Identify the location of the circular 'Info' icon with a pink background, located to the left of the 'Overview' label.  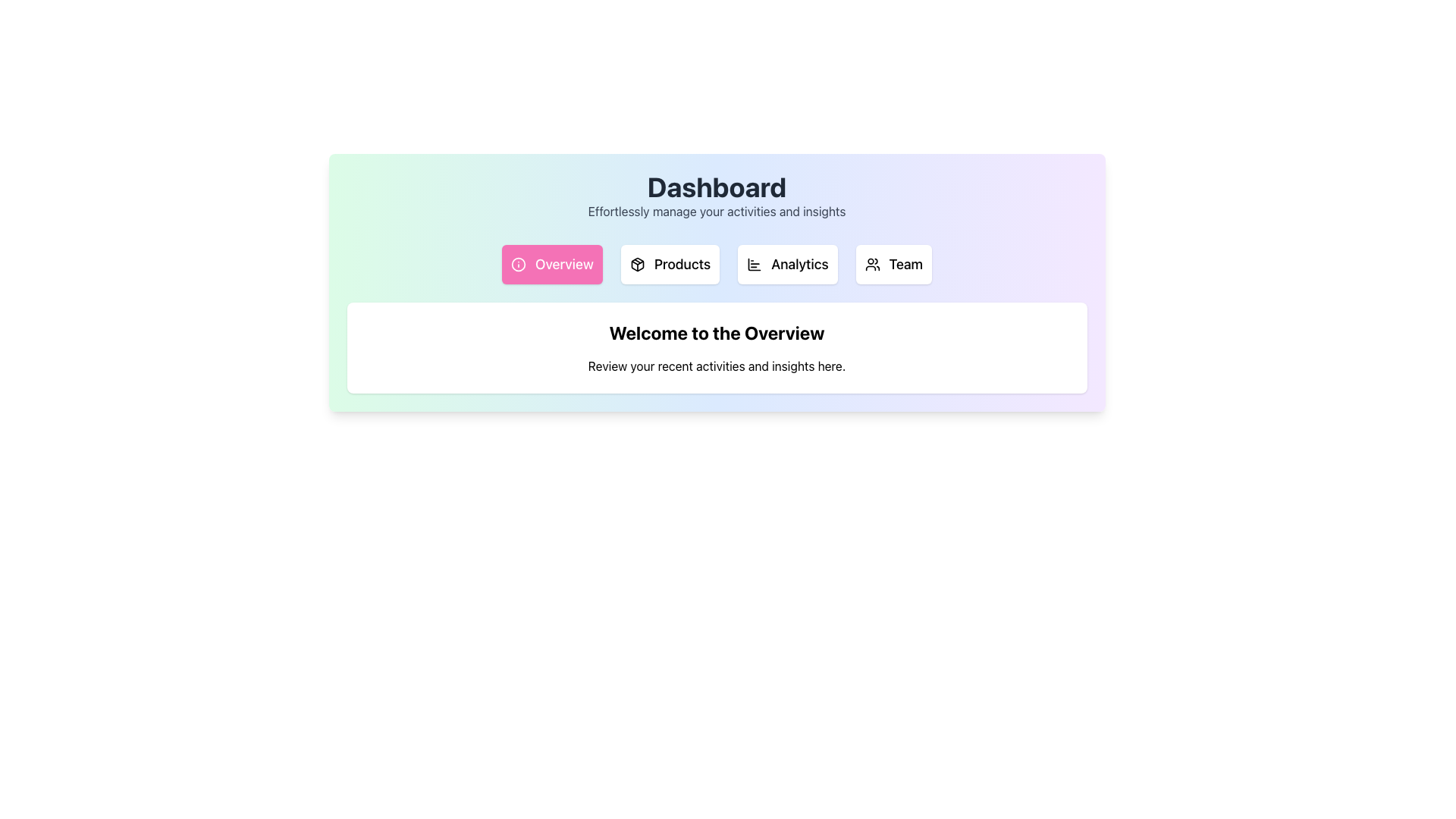
(518, 263).